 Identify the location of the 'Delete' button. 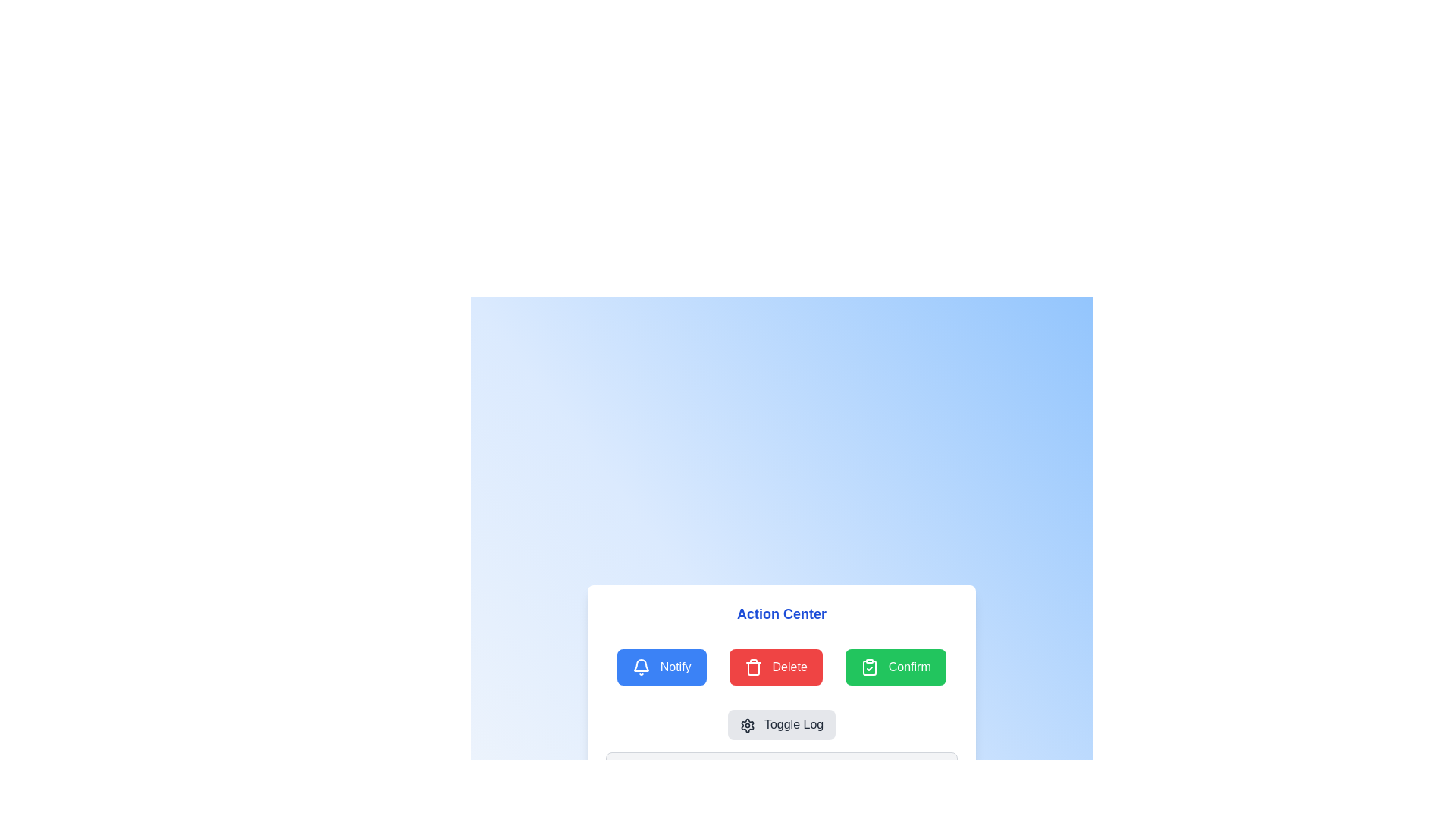
(776, 666).